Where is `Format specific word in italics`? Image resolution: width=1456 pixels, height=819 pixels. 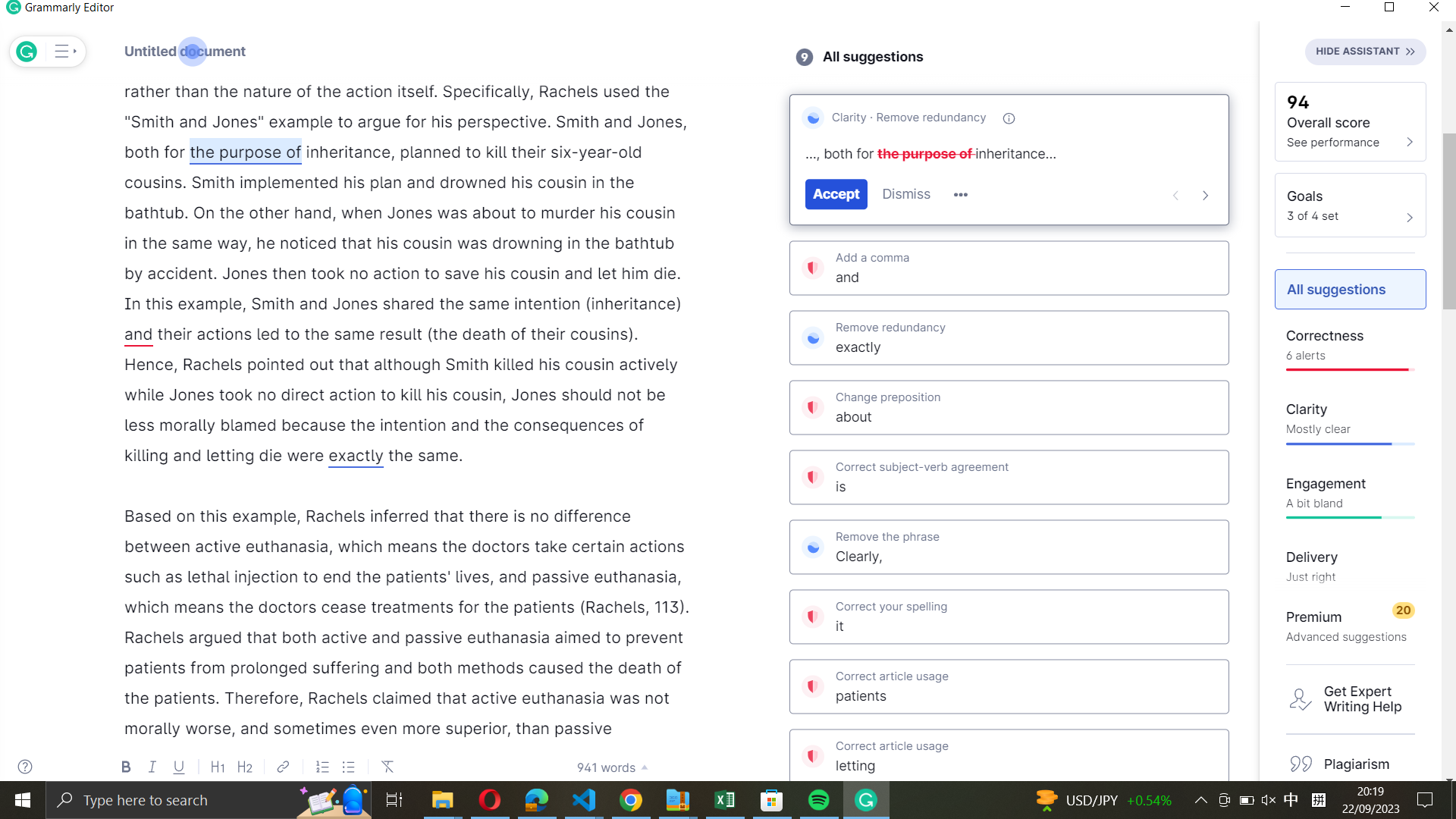
Format specific word in italics is located at coordinates (347, 152).